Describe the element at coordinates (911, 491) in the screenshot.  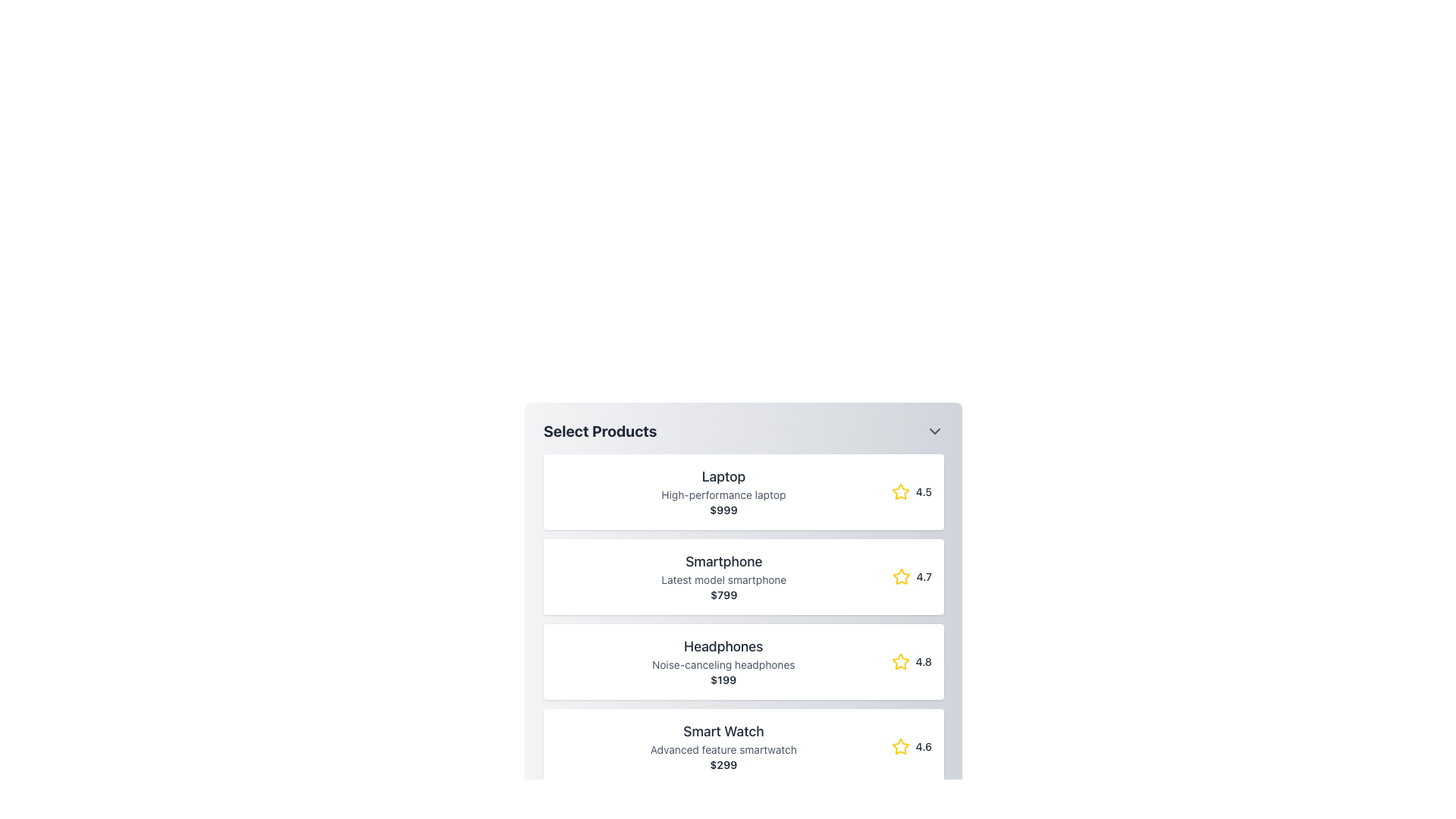
I see `the rating displayed by the star icon with the text '4.5' located at the end of the first product row labeled 'Laptop'` at that location.